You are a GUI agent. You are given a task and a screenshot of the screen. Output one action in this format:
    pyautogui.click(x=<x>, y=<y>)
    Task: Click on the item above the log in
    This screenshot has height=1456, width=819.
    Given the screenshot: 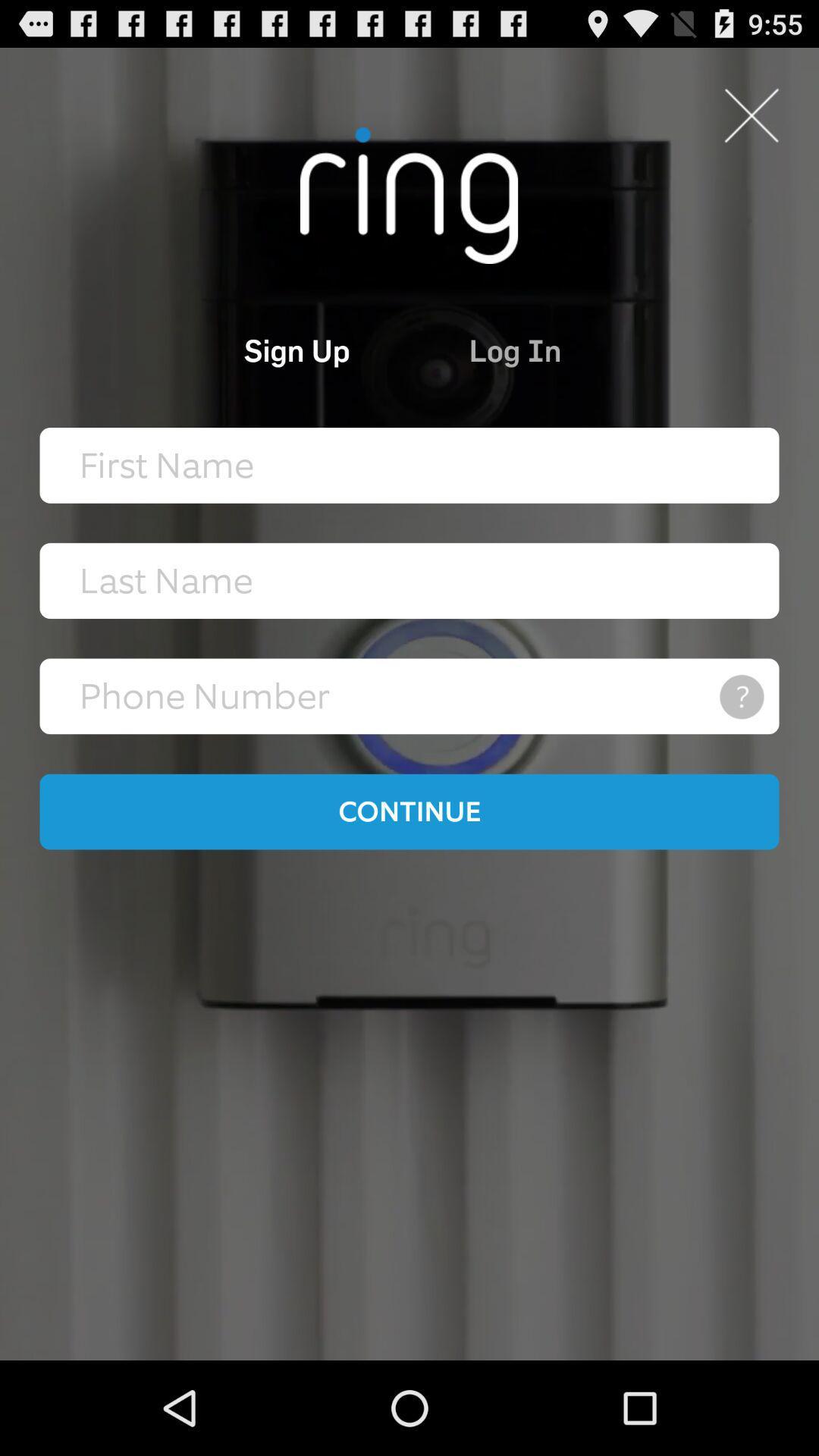 What is the action you would take?
    pyautogui.click(x=751, y=115)
    